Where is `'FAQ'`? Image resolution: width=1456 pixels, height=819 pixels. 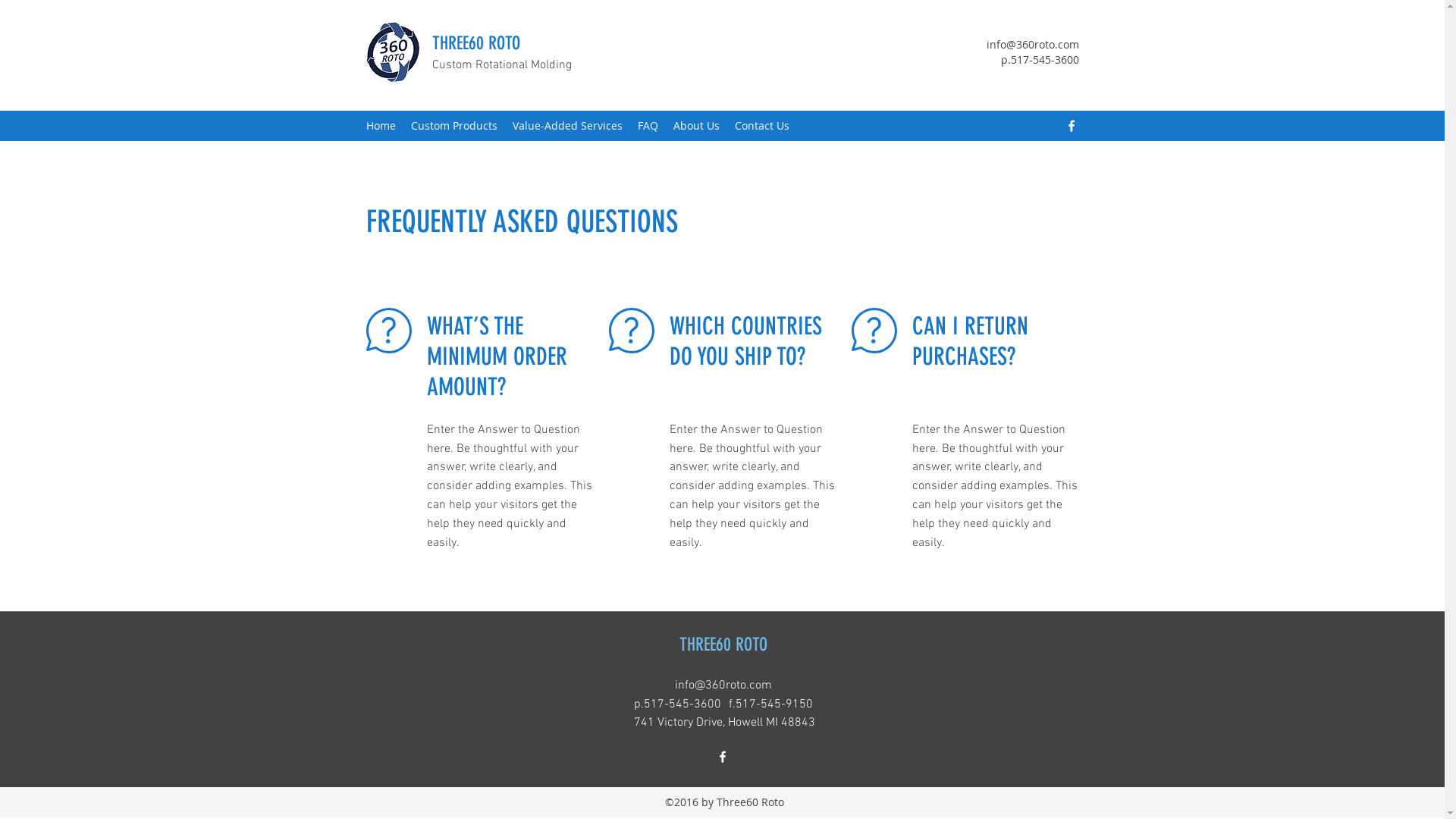
'FAQ' is located at coordinates (647, 124).